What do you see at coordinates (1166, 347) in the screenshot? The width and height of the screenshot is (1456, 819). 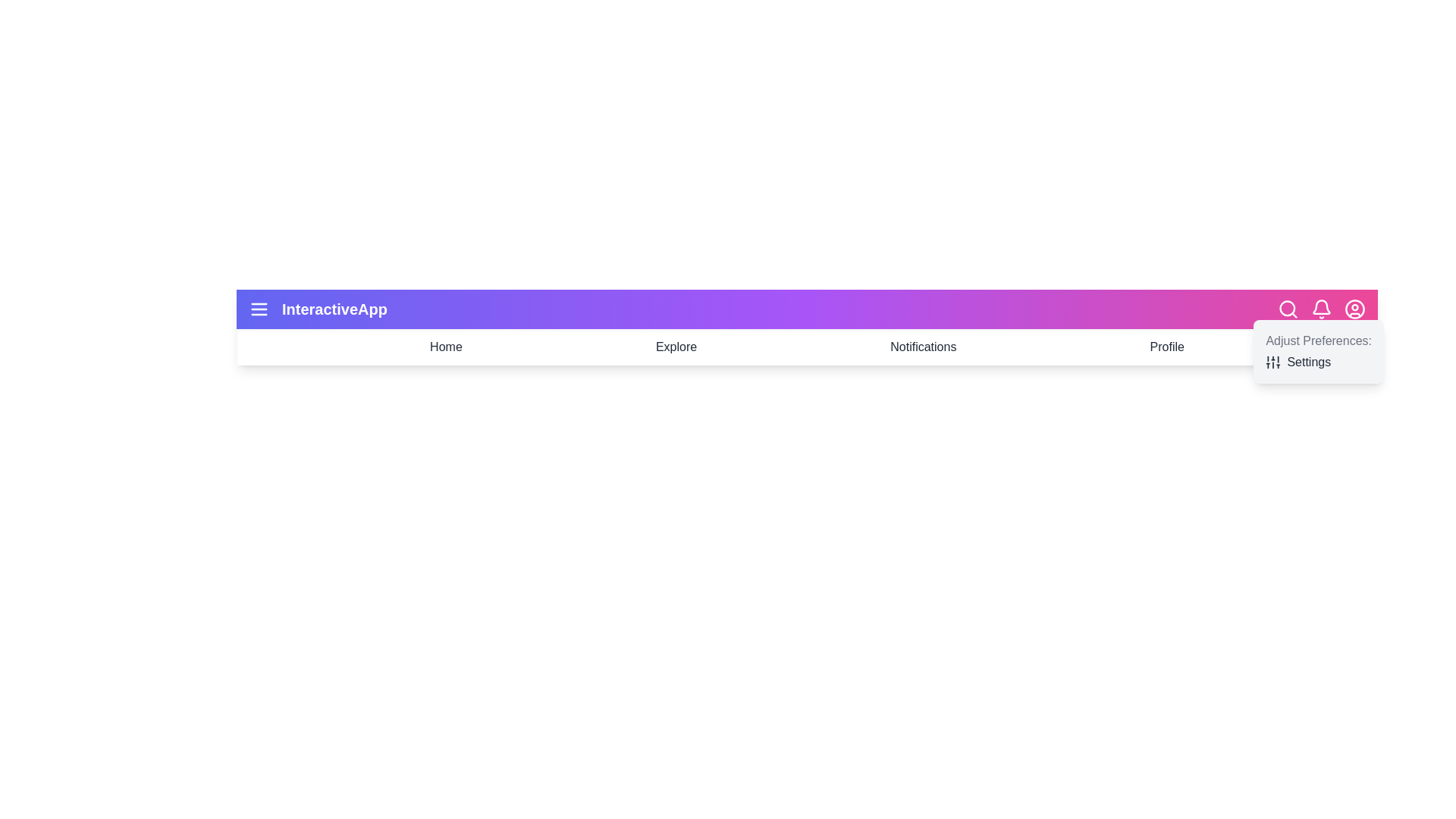 I see `the Profile button to navigate to the respective section` at bounding box center [1166, 347].